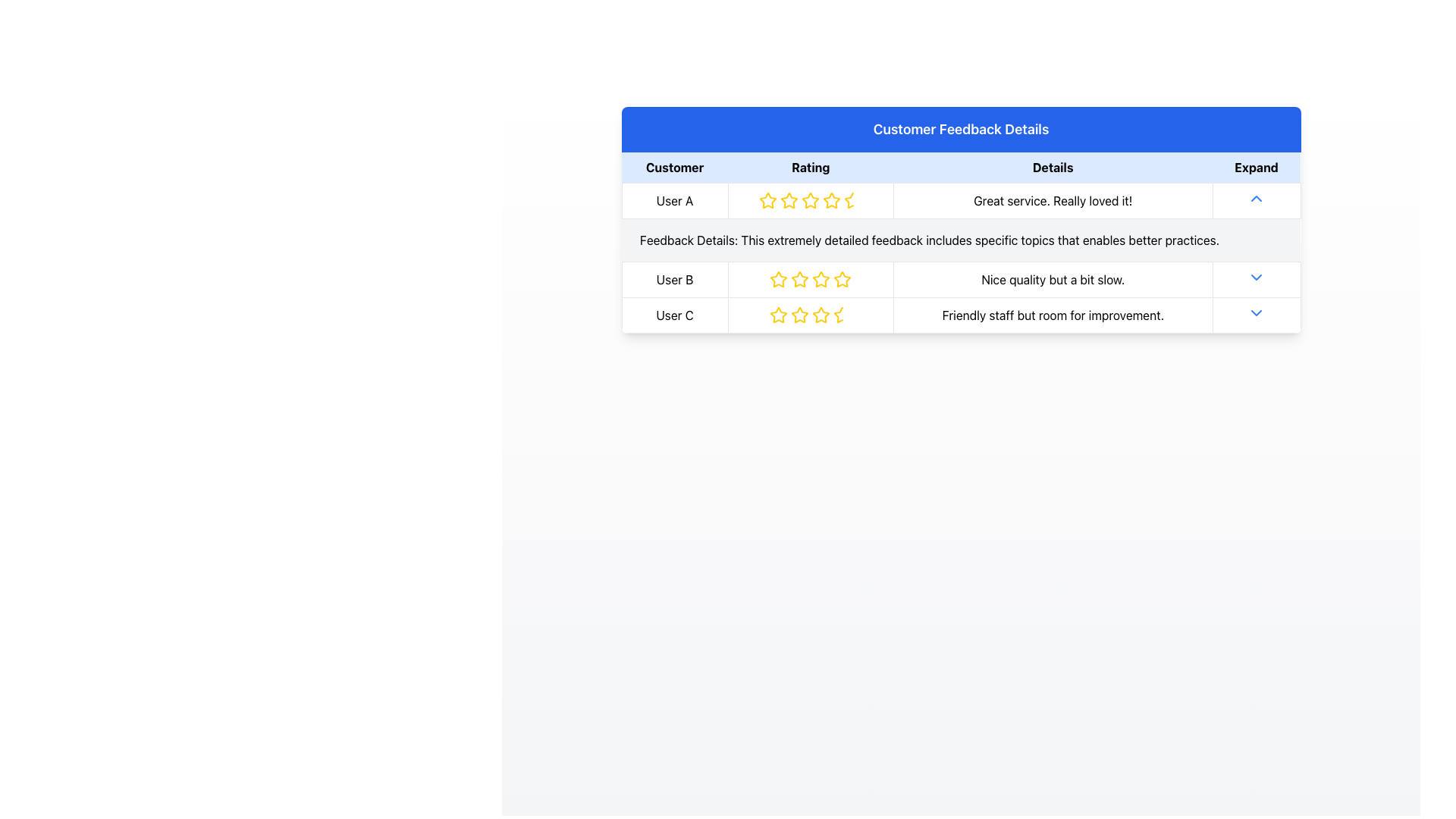  Describe the element at coordinates (810, 200) in the screenshot. I see `the third star icon` at that location.